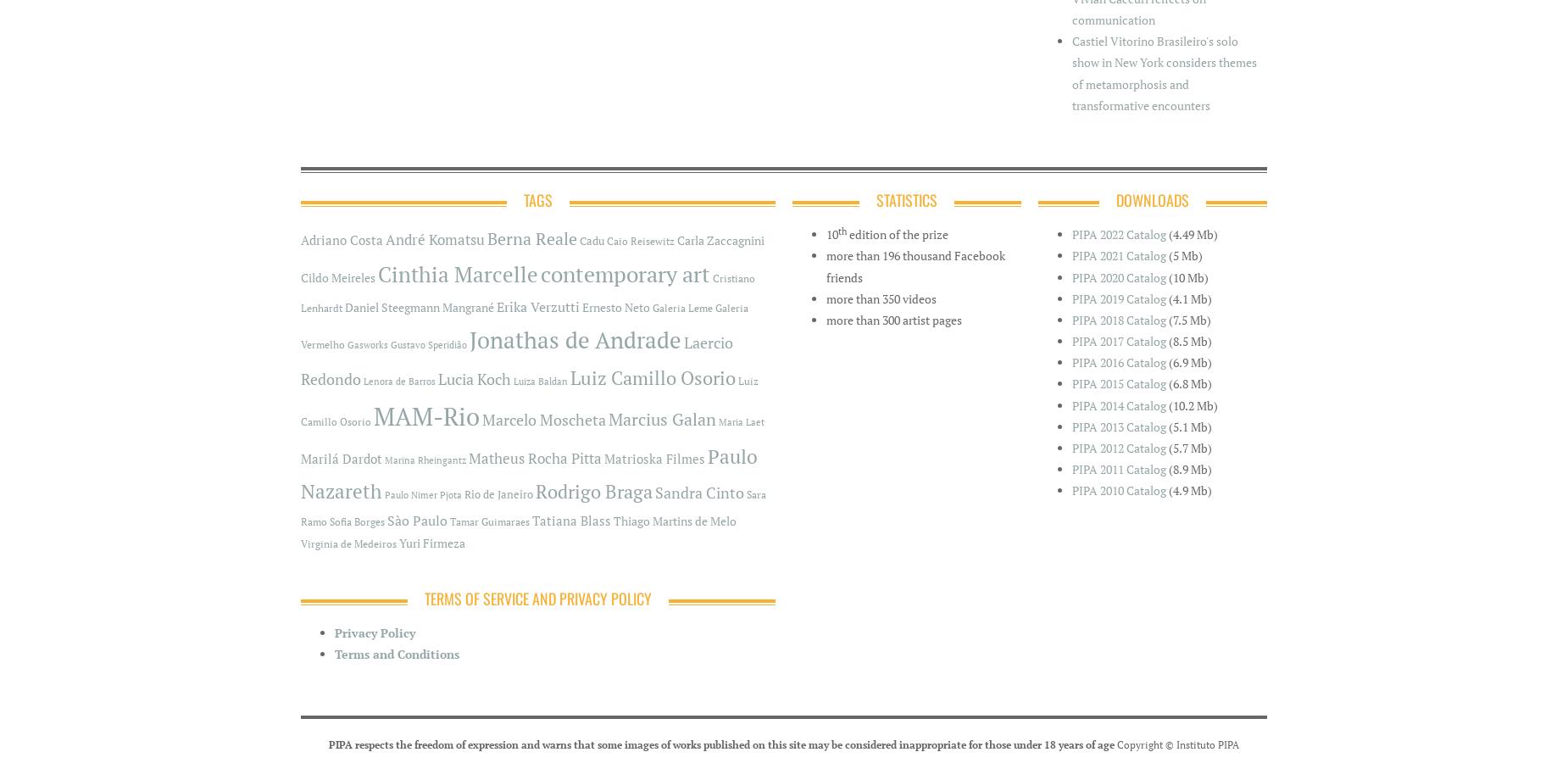 The height and width of the screenshot is (780, 1568). Describe the element at coordinates (1187, 276) in the screenshot. I see `'(10 Mb)'` at that location.